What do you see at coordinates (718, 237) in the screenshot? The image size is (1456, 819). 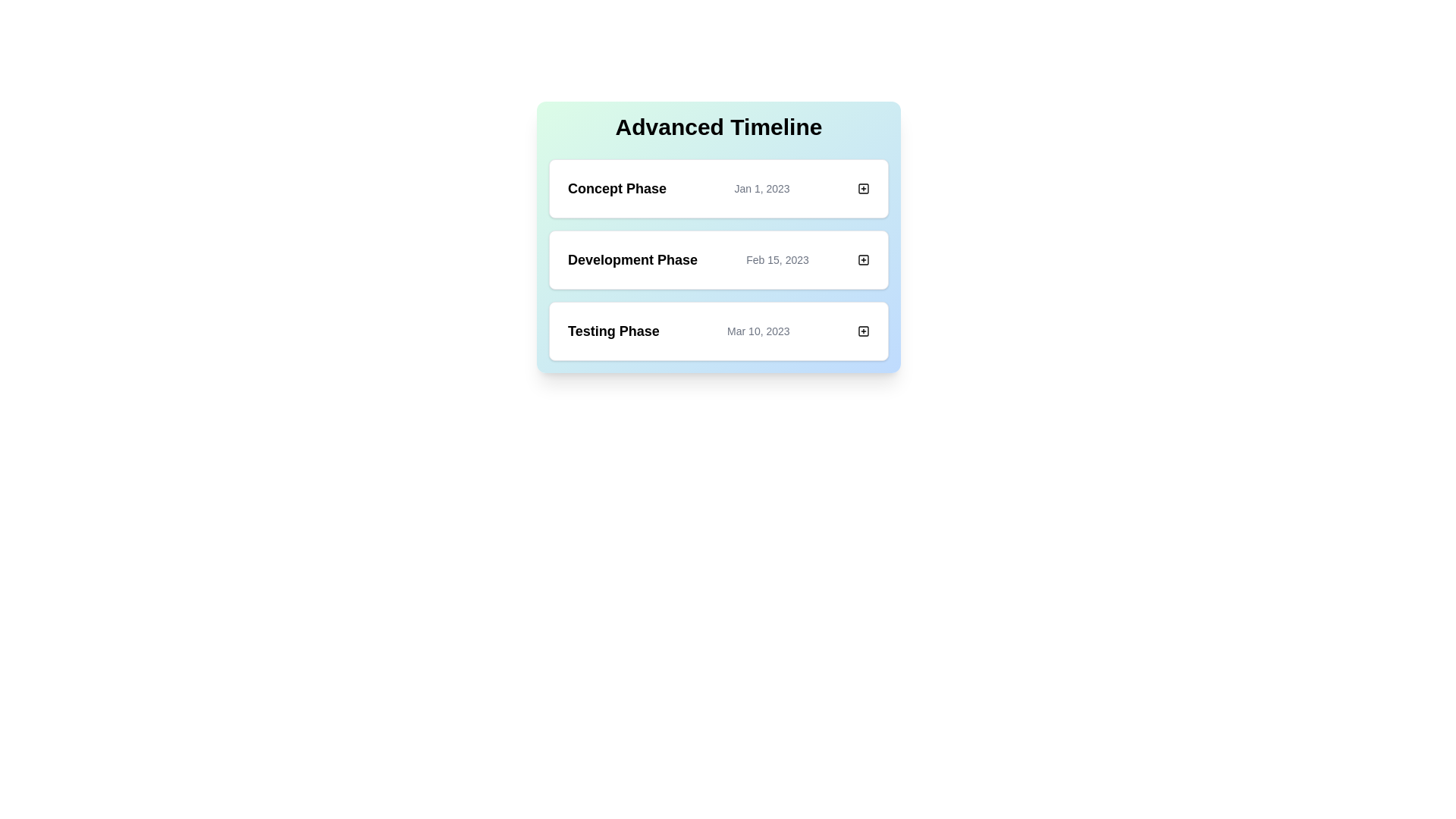 I see `the 'Development Phase' card element in the timeline, which is the second card under the 'Advanced Timeline' header` at bounding box center [718, 237].